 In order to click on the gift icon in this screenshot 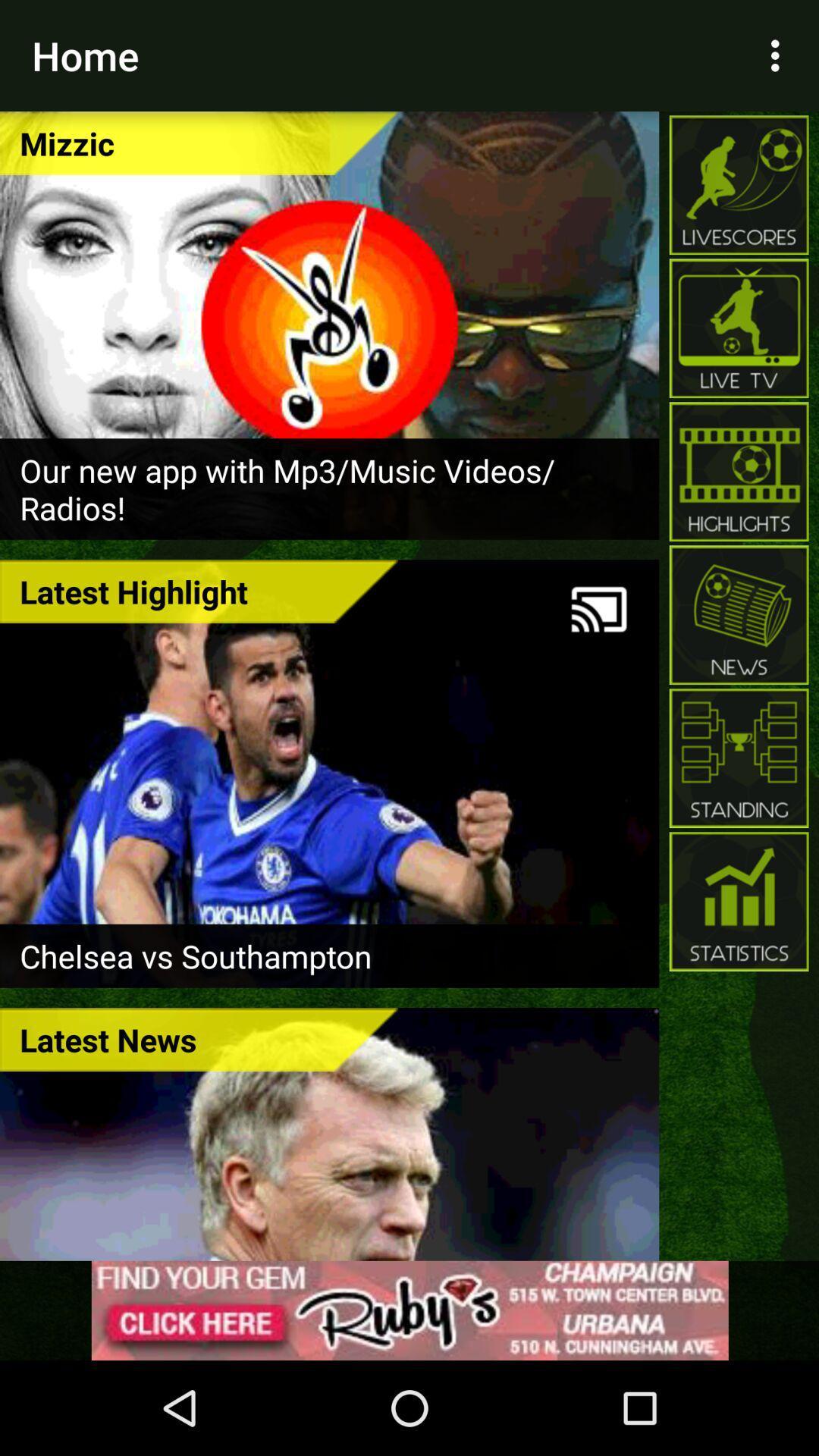, I will do `click(738, 902)`.